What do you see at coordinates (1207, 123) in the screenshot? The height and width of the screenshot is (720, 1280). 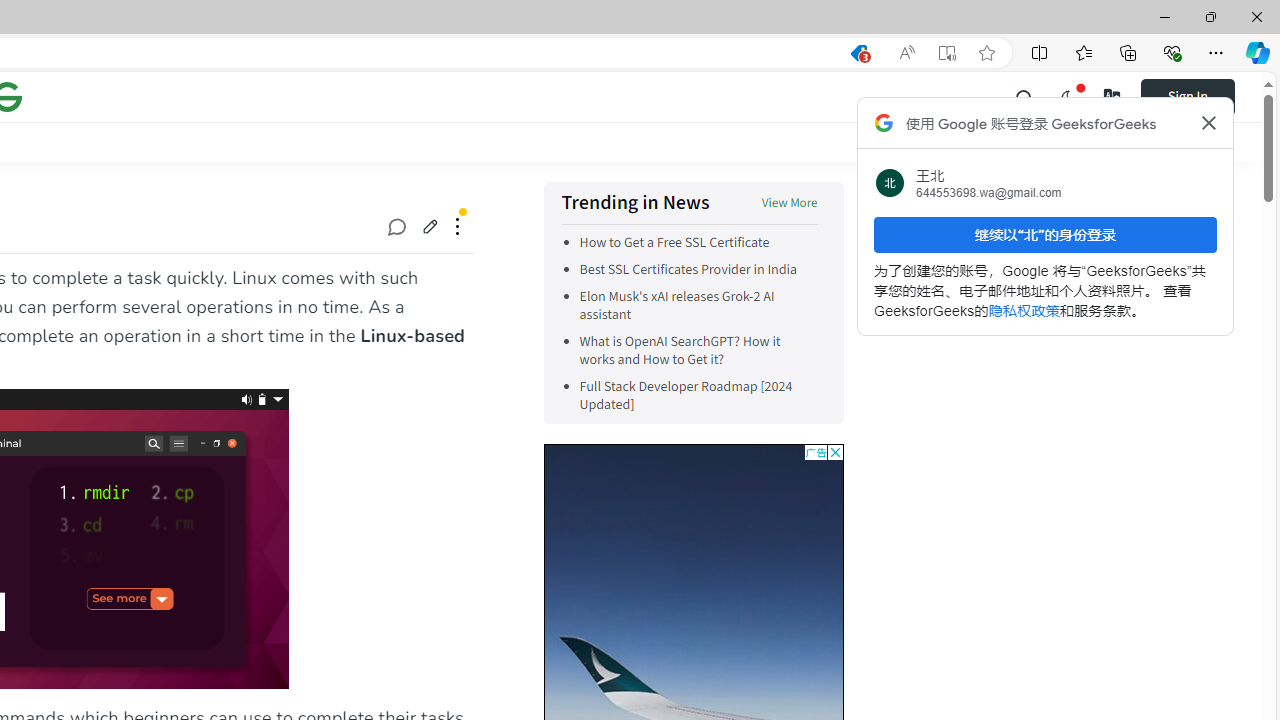 I see `'Class: Bz112c Bz112c-r9oPif'` at bounding box center [1207, 123].